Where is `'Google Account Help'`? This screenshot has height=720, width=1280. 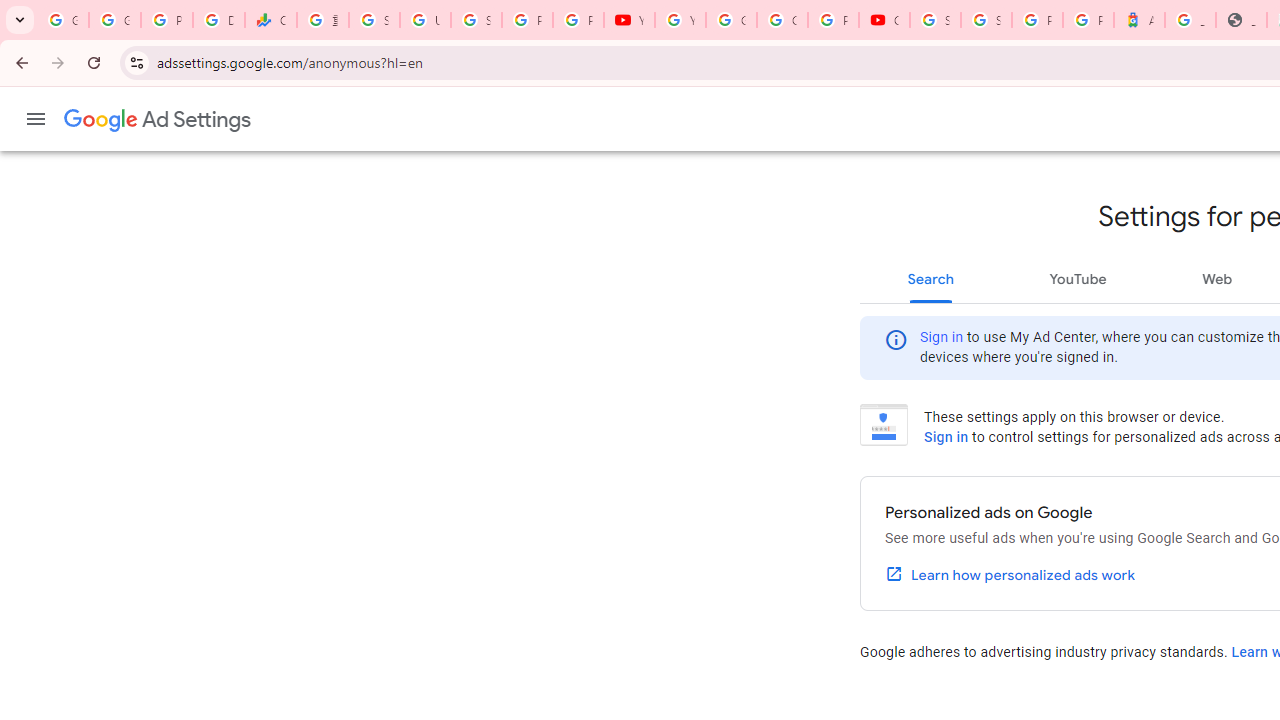 'Google Account Help' is located at coordinates (730, 20).